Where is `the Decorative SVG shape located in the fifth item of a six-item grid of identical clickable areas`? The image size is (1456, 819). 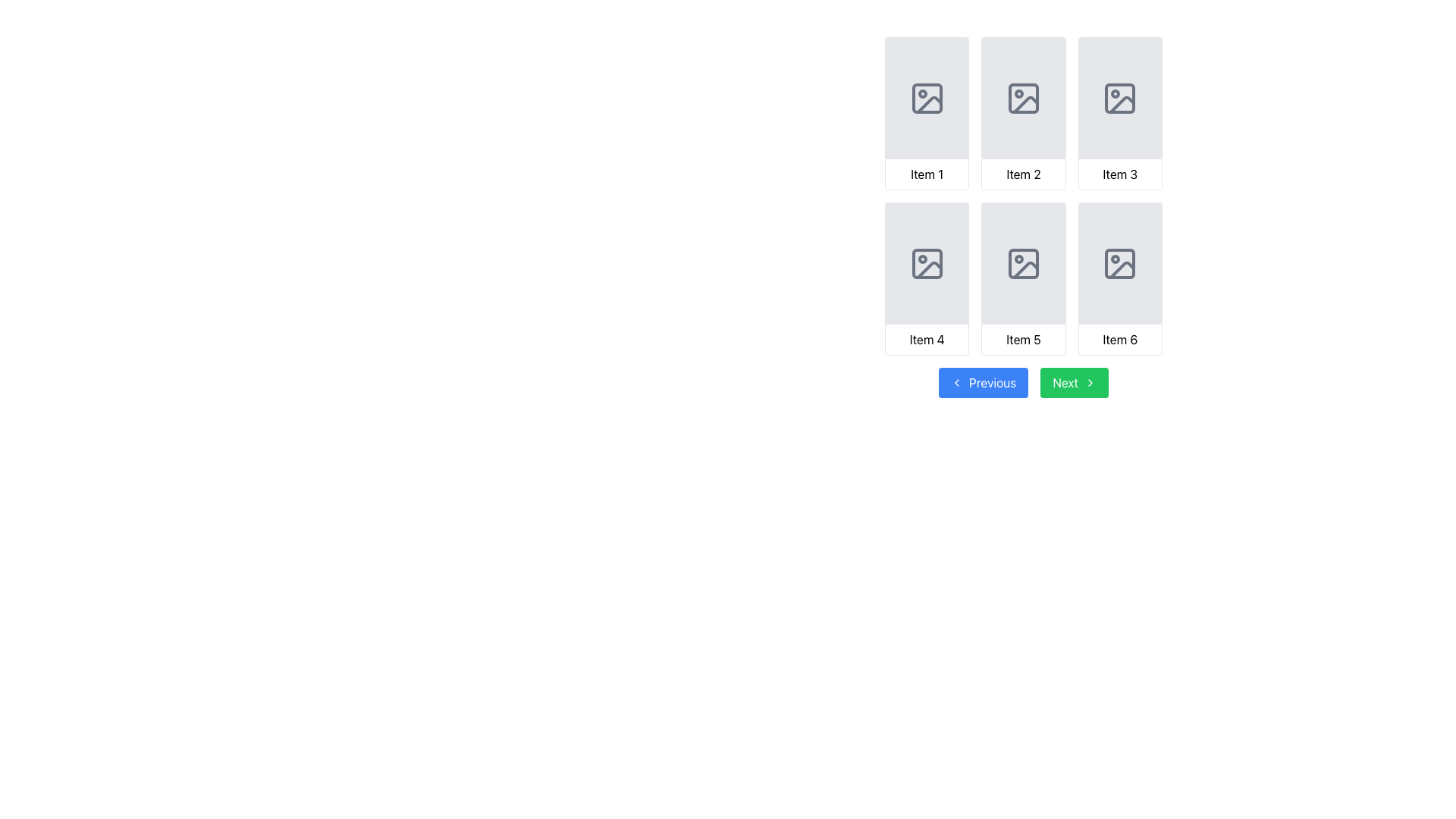
the Decorative SVG shape located in the fifth item of a six-item grid of identical clickable areas is located at coordinates (1023, 262).